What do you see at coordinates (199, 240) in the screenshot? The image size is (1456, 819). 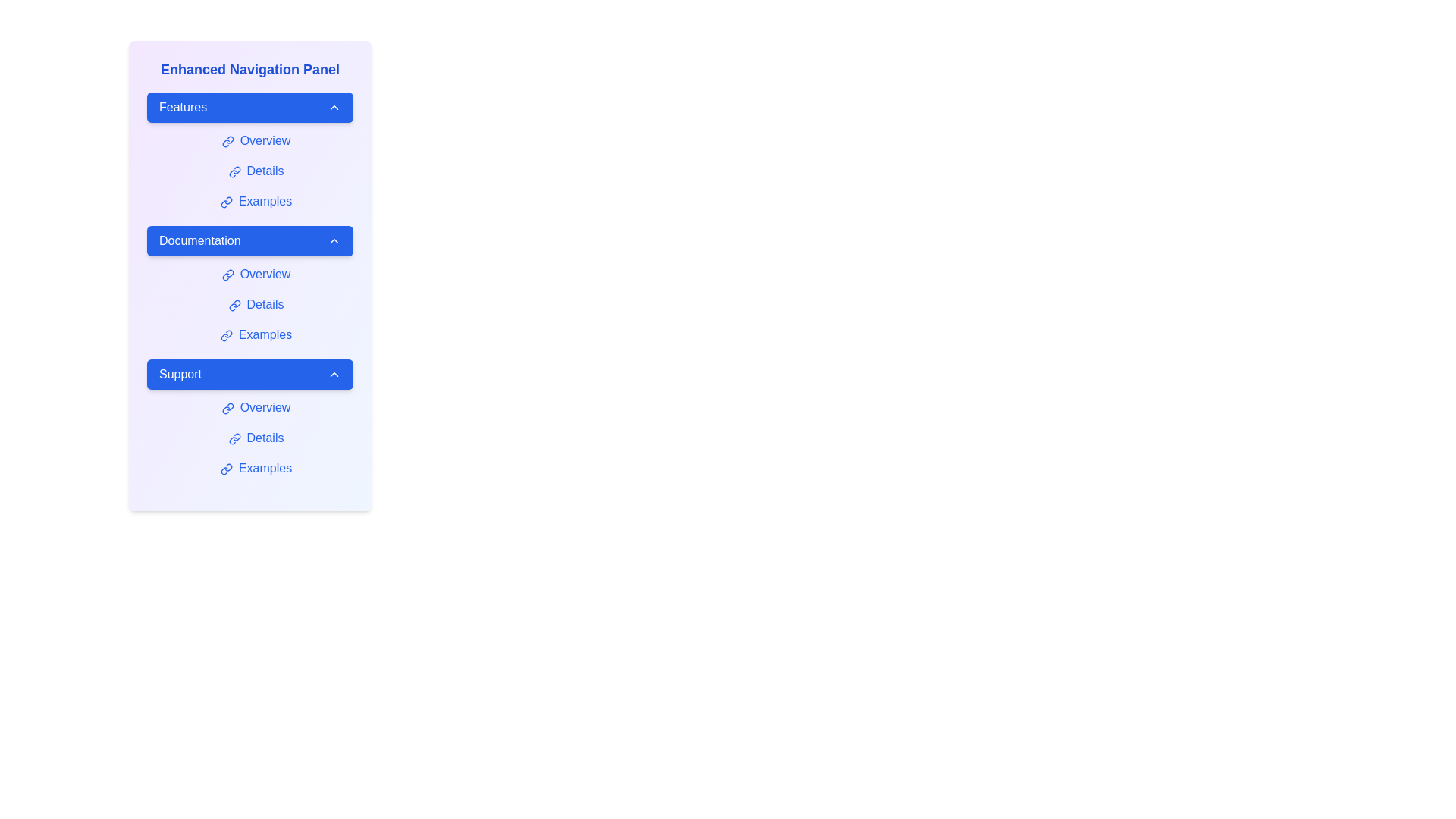 I see `the 'Documentation' text label styled with white text against a blue background in the navigation panel to interact with the associated section` at bounding box center [199, 240].